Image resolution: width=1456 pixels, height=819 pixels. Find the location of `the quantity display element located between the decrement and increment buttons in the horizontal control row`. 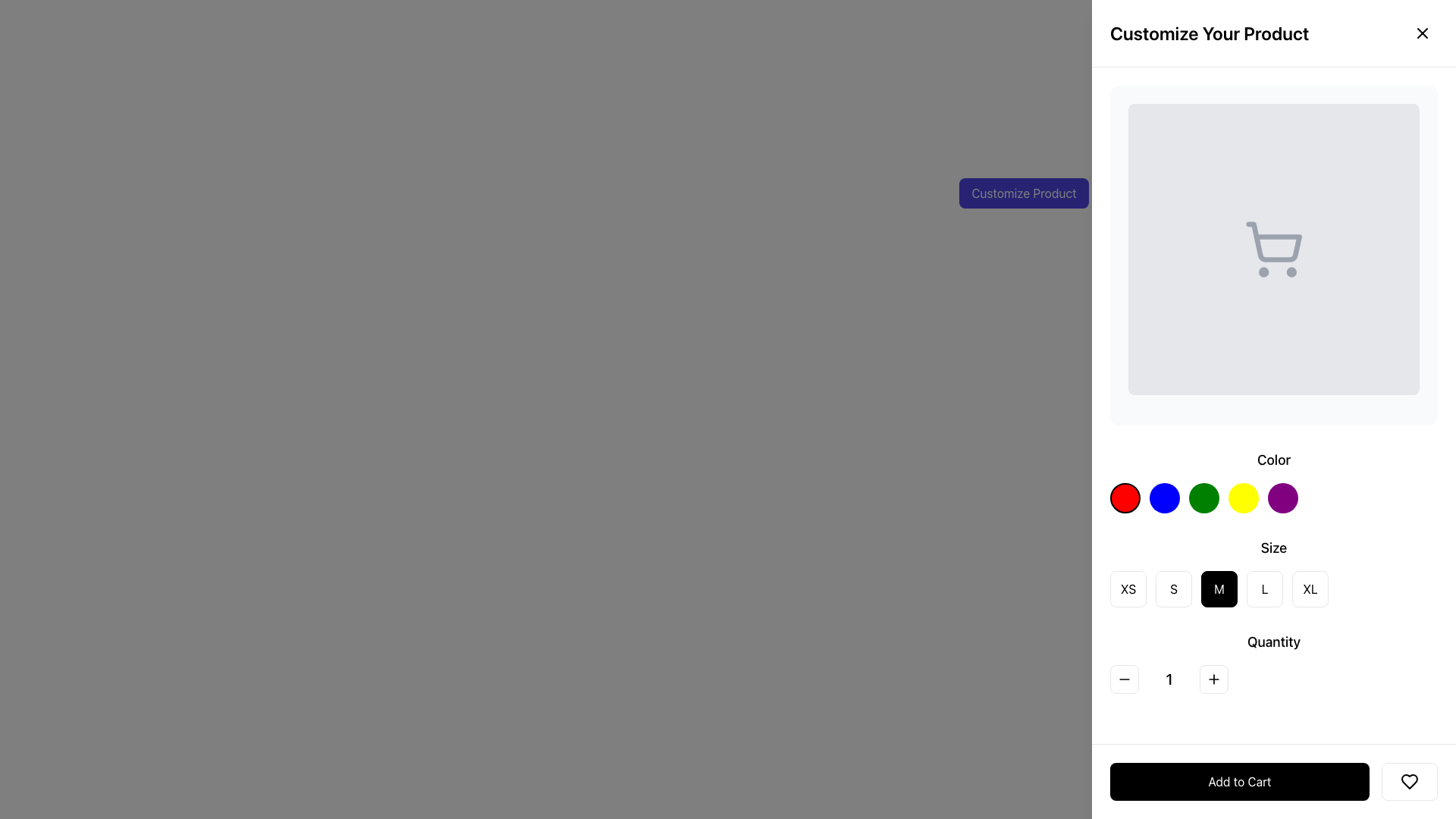

the quantity display element located between the decrement and increment buttons in the horizontal control row is located at coordinates (1168, 678).